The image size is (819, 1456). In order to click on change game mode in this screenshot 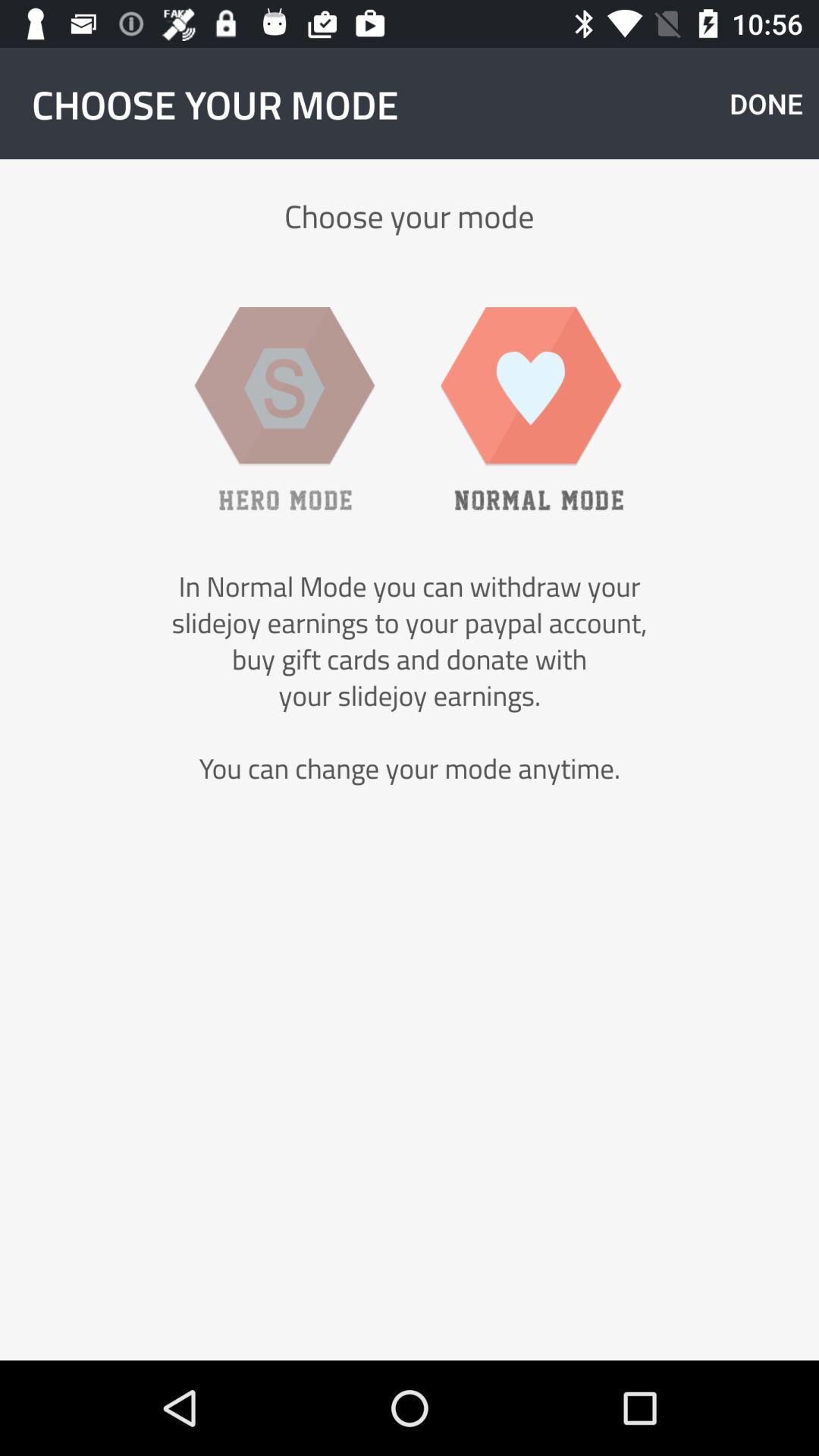, I will do `click(284, 408)`.